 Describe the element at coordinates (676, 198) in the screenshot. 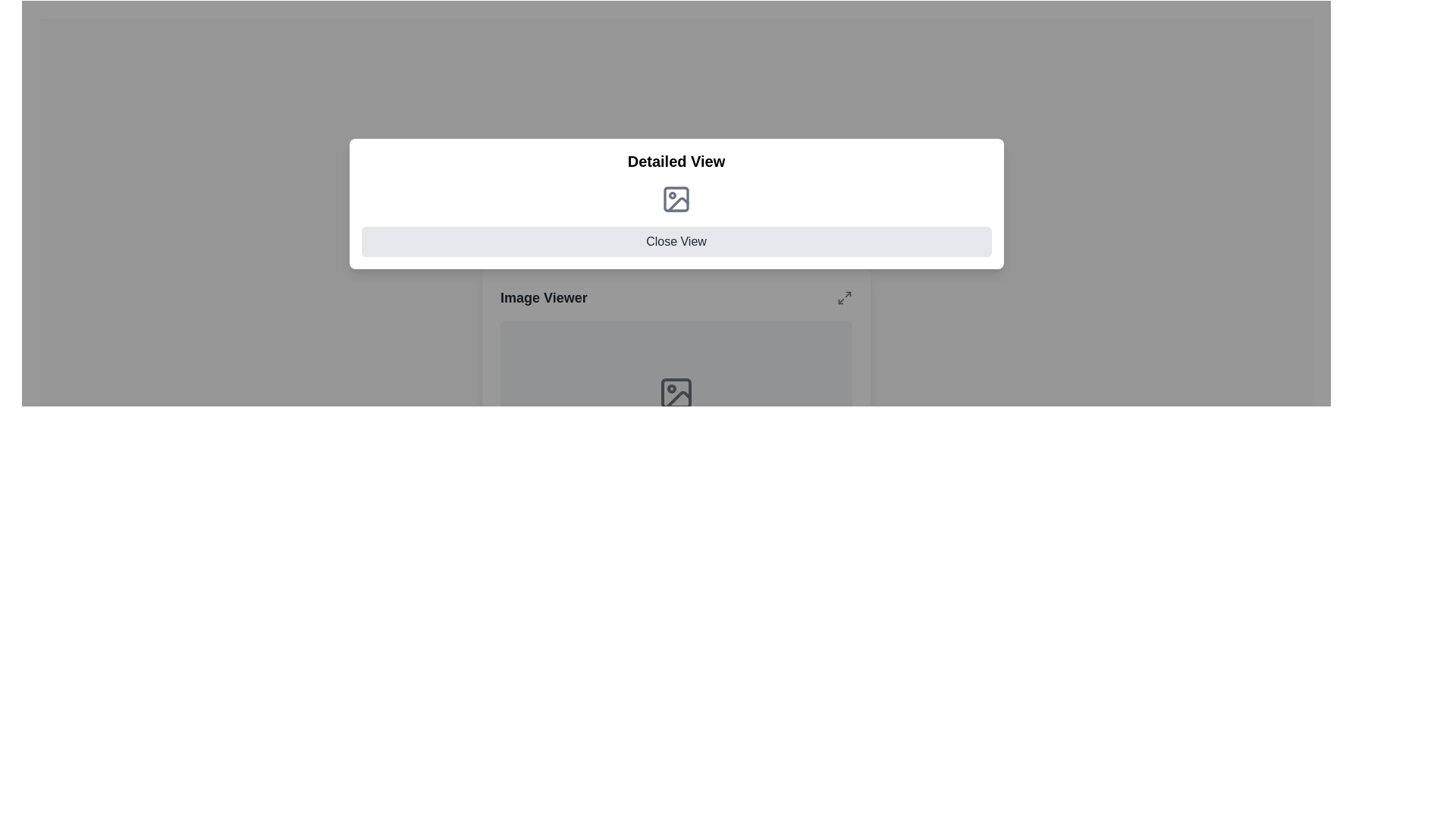

I see `the graphical icon of an image with a gray outline located in the 'Detailed View' modal, positioned above the 'Close View' element` at that location.